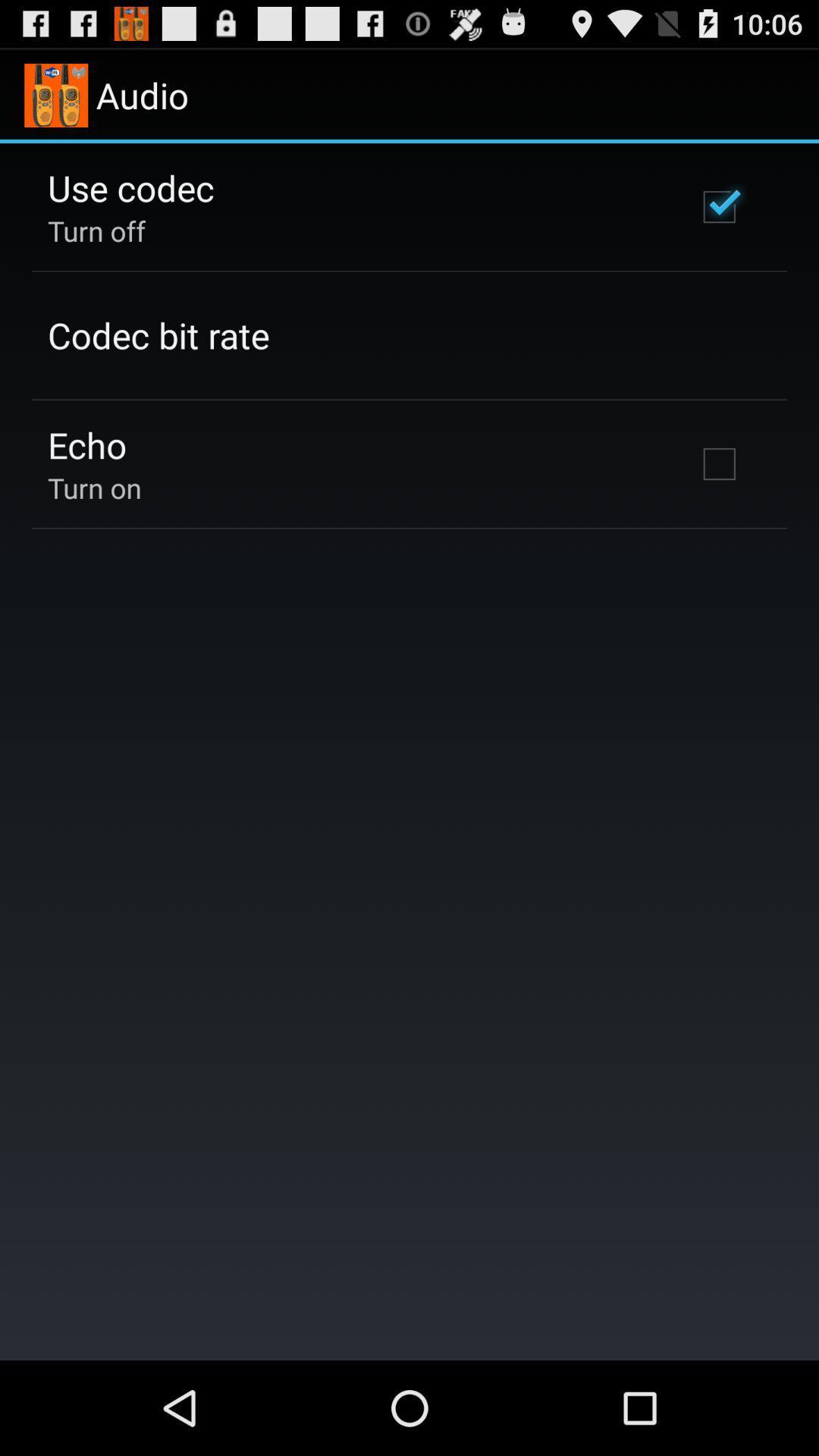 The height and width of the screenshot is (1456, 819). What do you see at coordinates (94, 488) in the screenshot?
I see `the icon on the left` at bounding box center [94, 488].